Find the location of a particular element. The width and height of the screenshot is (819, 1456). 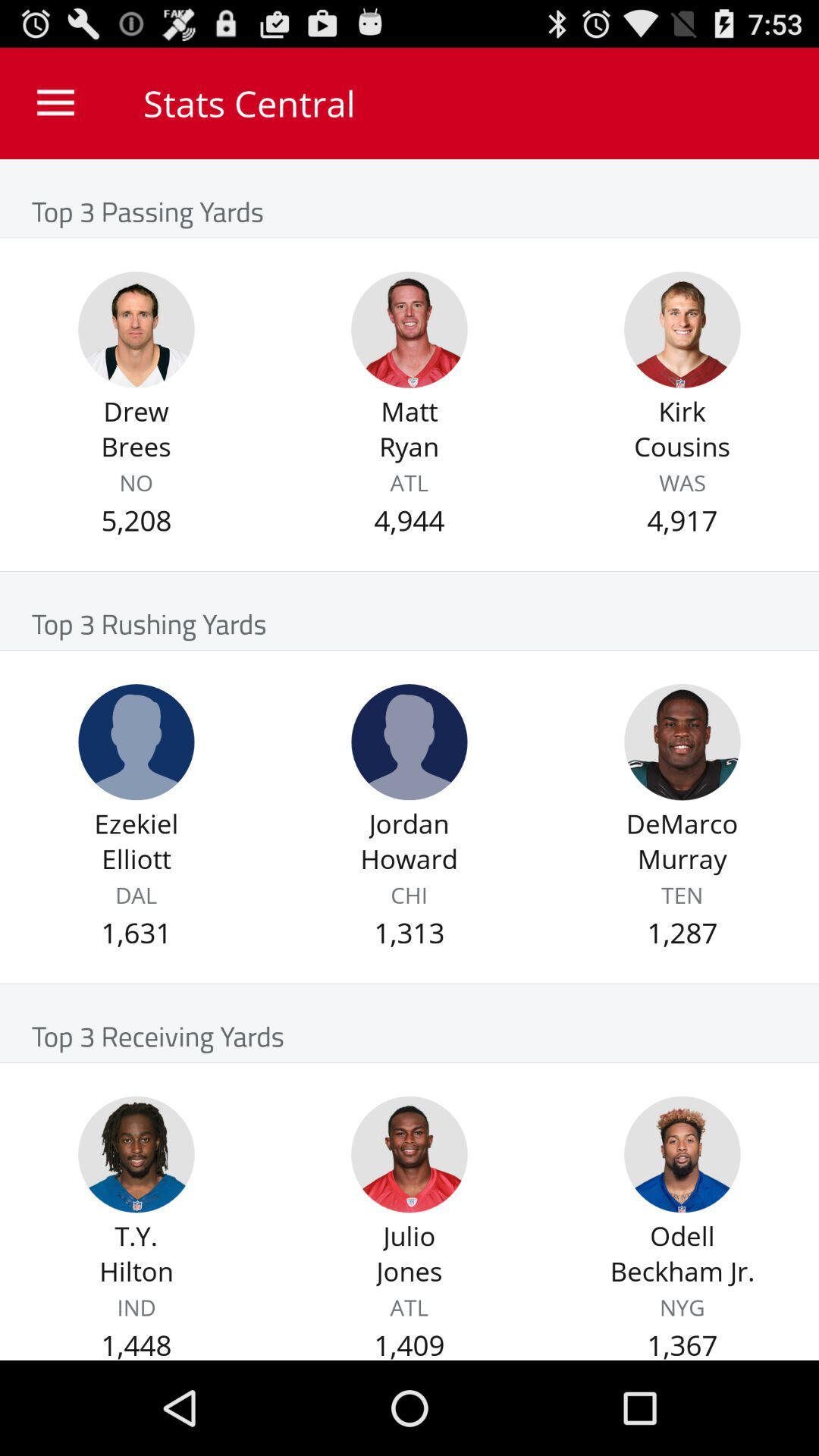

kirk cousins is located at coordinates (681, 329).